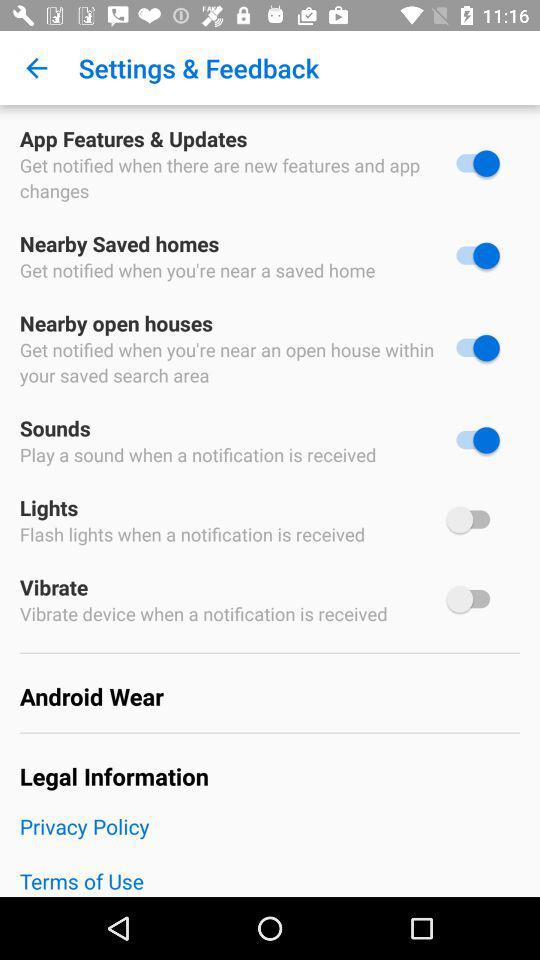 The height and width of the screenshot is (960, 540). Describe the element at coordinates (36, 68) in the screenshot. I see `the item next to settings & feedback item` at that location.